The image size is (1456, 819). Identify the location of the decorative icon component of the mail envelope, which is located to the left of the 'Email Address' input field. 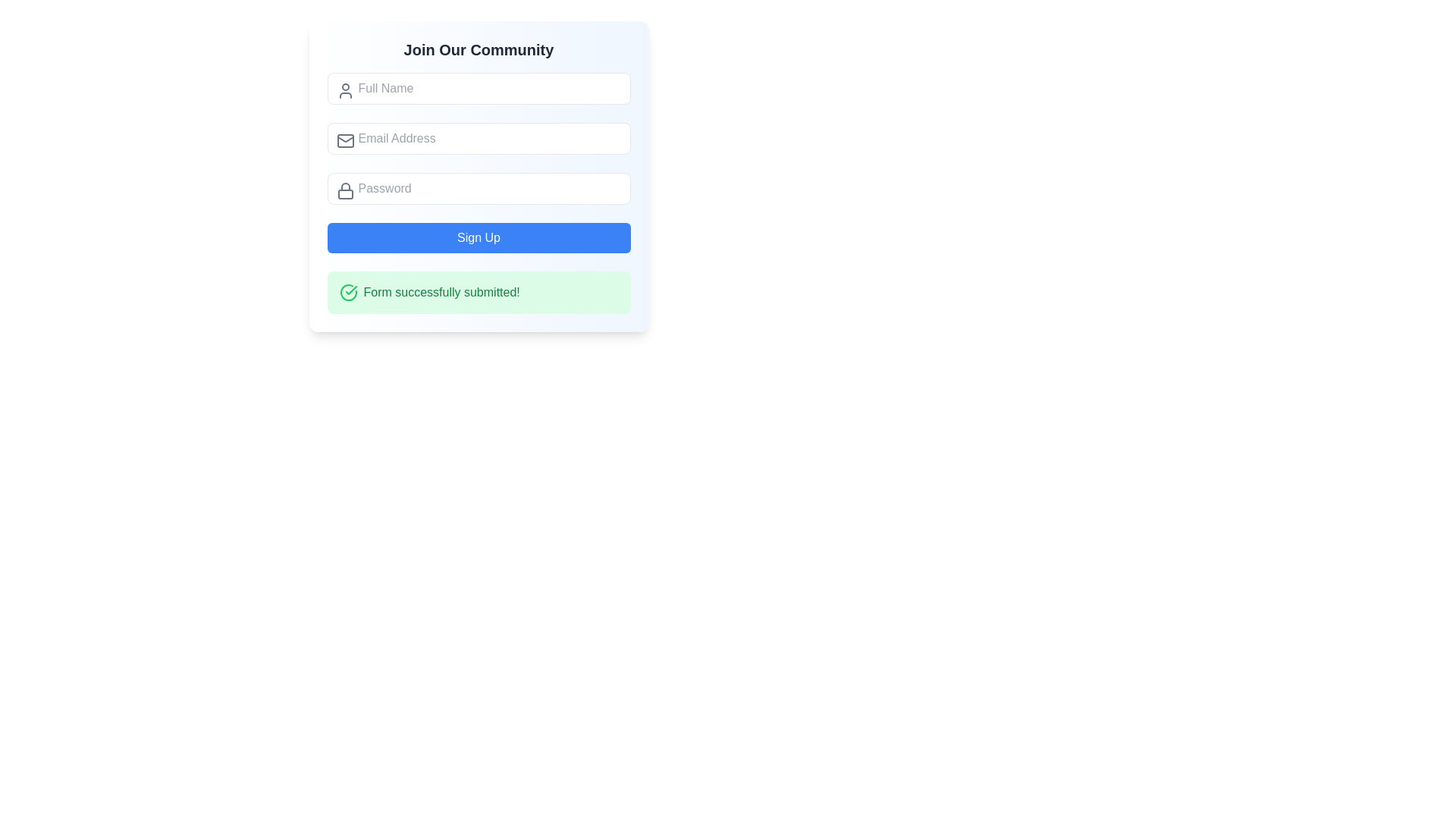
(344, 140).